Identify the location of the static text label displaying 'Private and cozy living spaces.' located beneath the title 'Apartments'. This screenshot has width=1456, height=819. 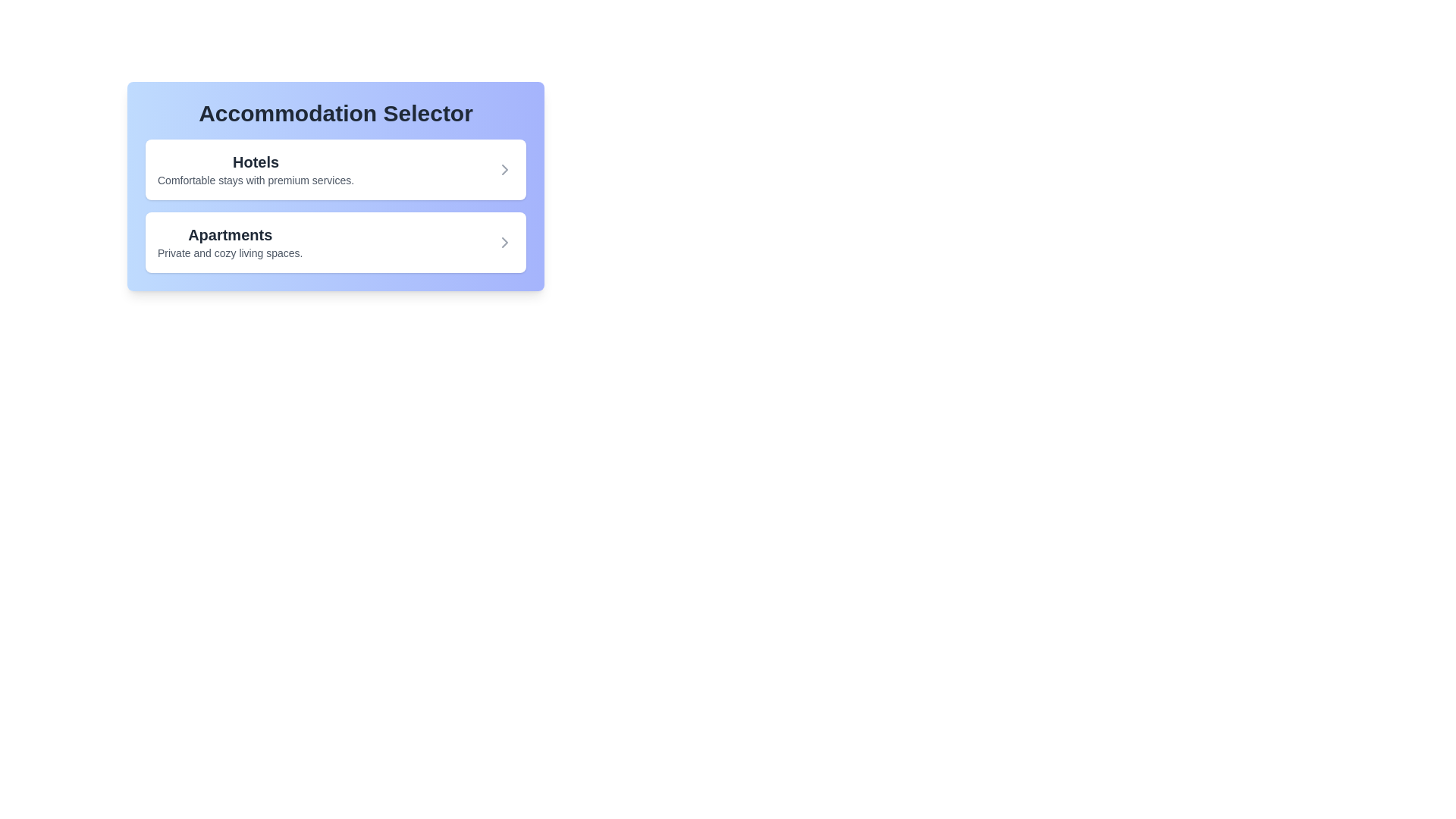
(229, 253).